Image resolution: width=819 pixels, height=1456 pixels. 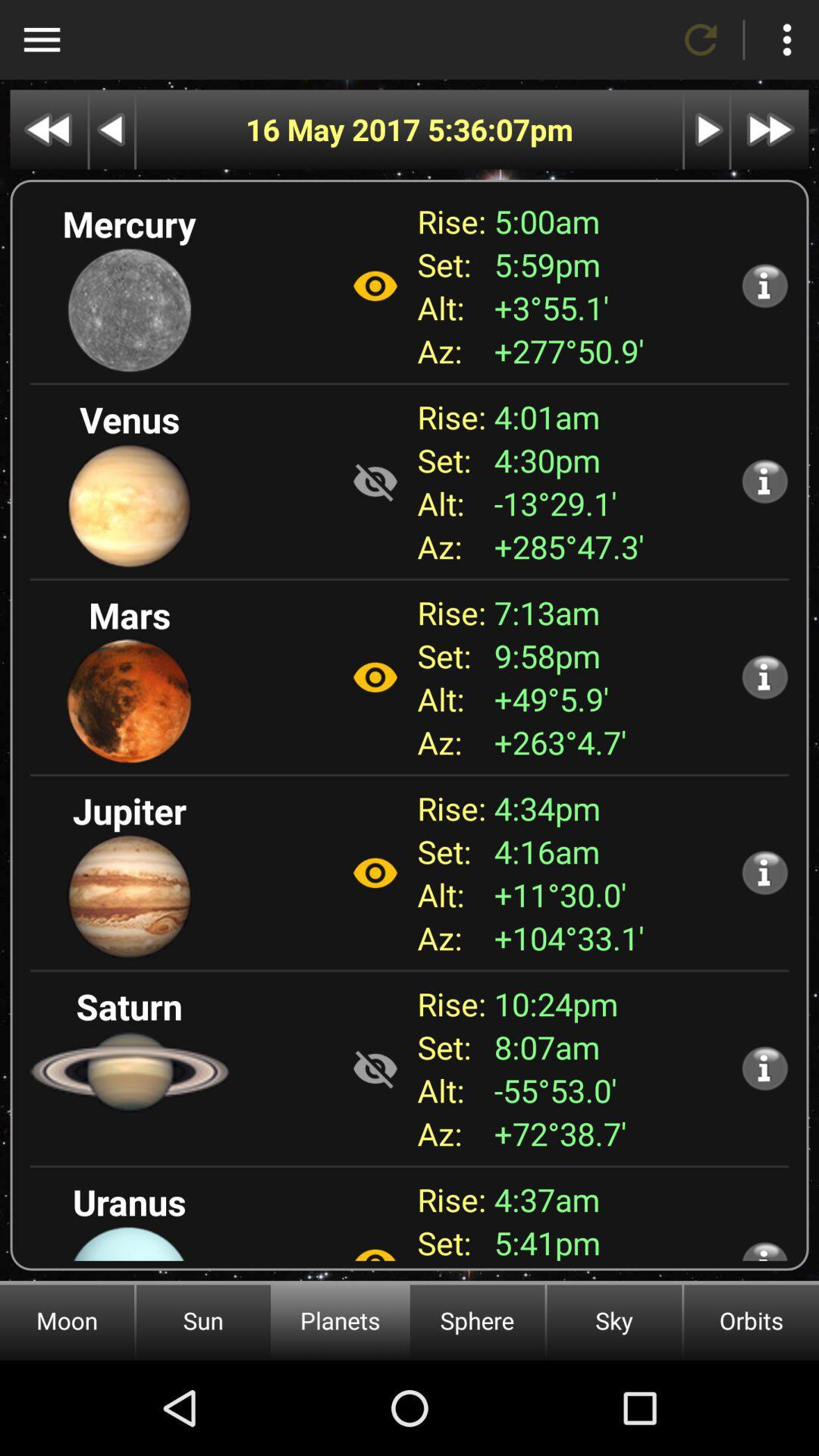 I want to click on next, so click(x=770, y=130).